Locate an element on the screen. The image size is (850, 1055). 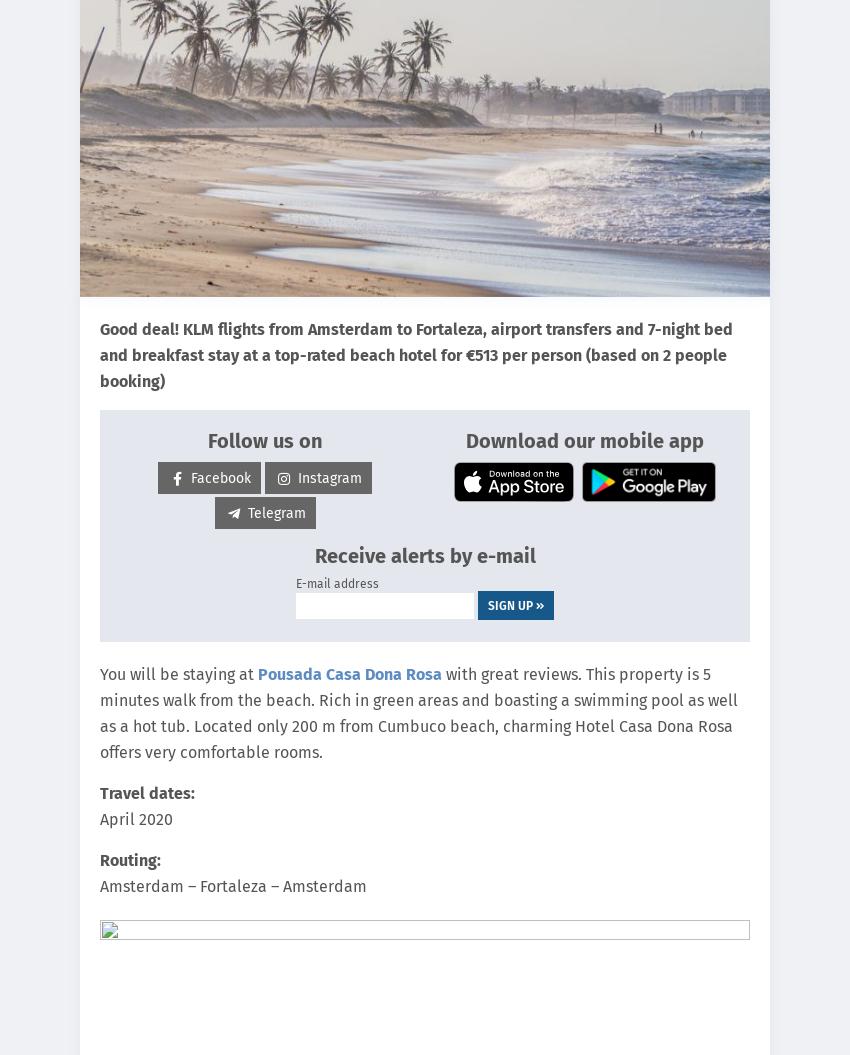
'Routing:' is located at coordinates (130, 860).